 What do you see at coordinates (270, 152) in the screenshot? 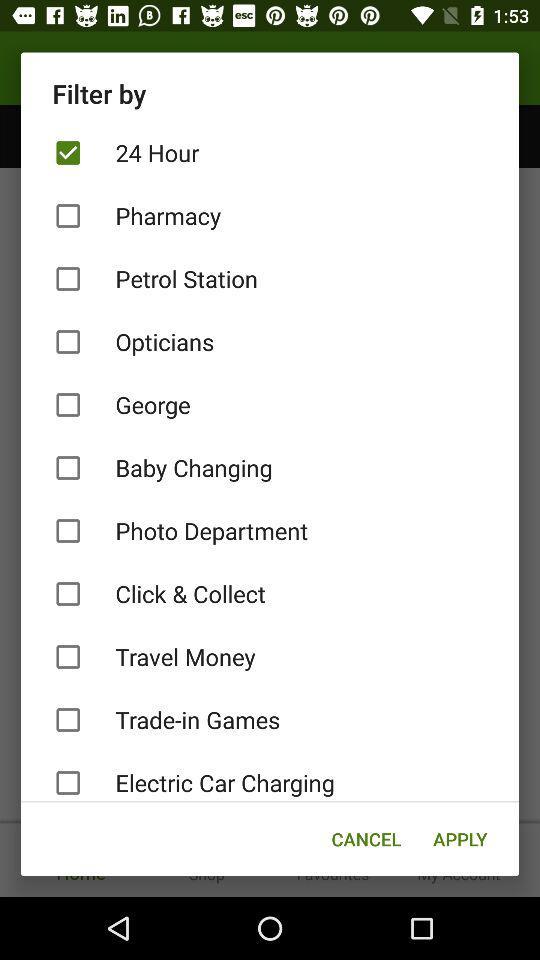
I see `the item below filter by item` at bounding box center [270, 152].